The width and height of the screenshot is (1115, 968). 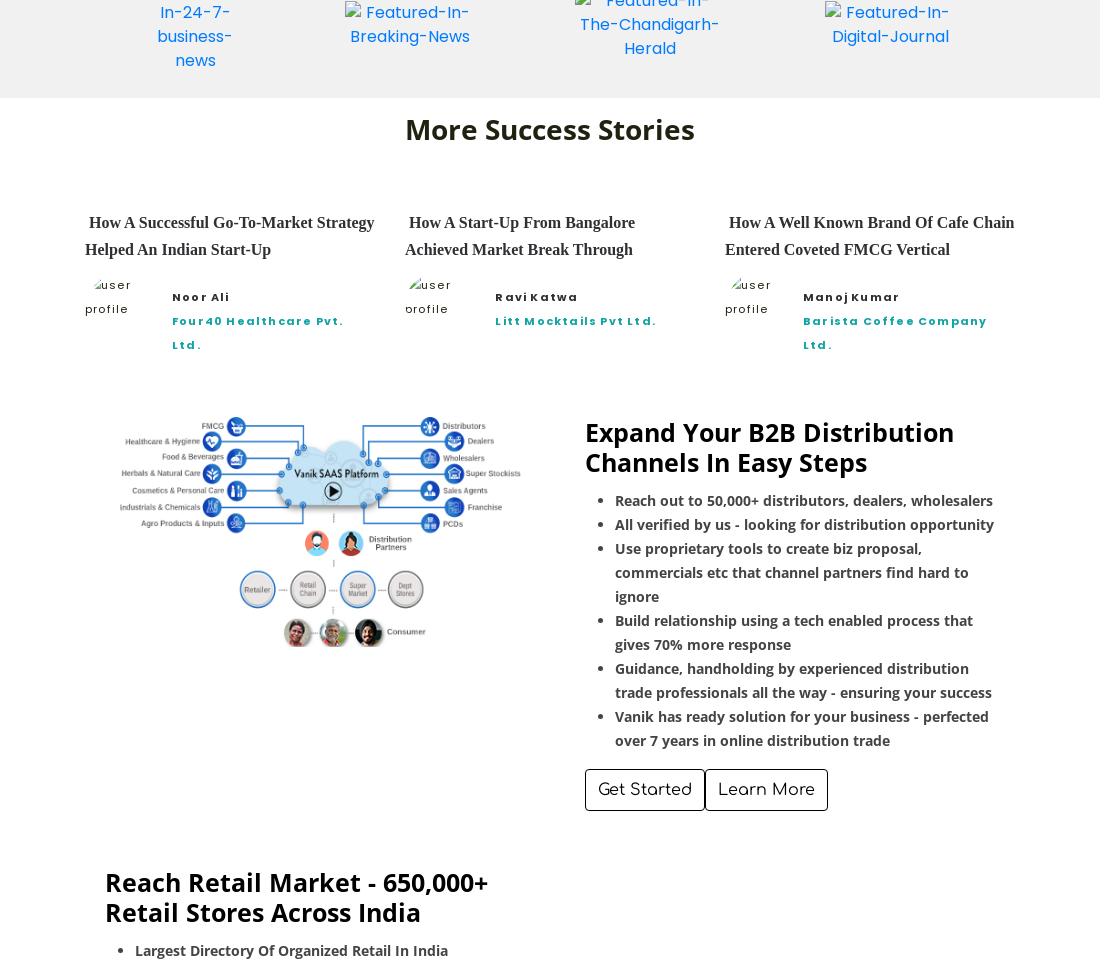 I want to click on 'Get Started', so click(x=644, y=788).